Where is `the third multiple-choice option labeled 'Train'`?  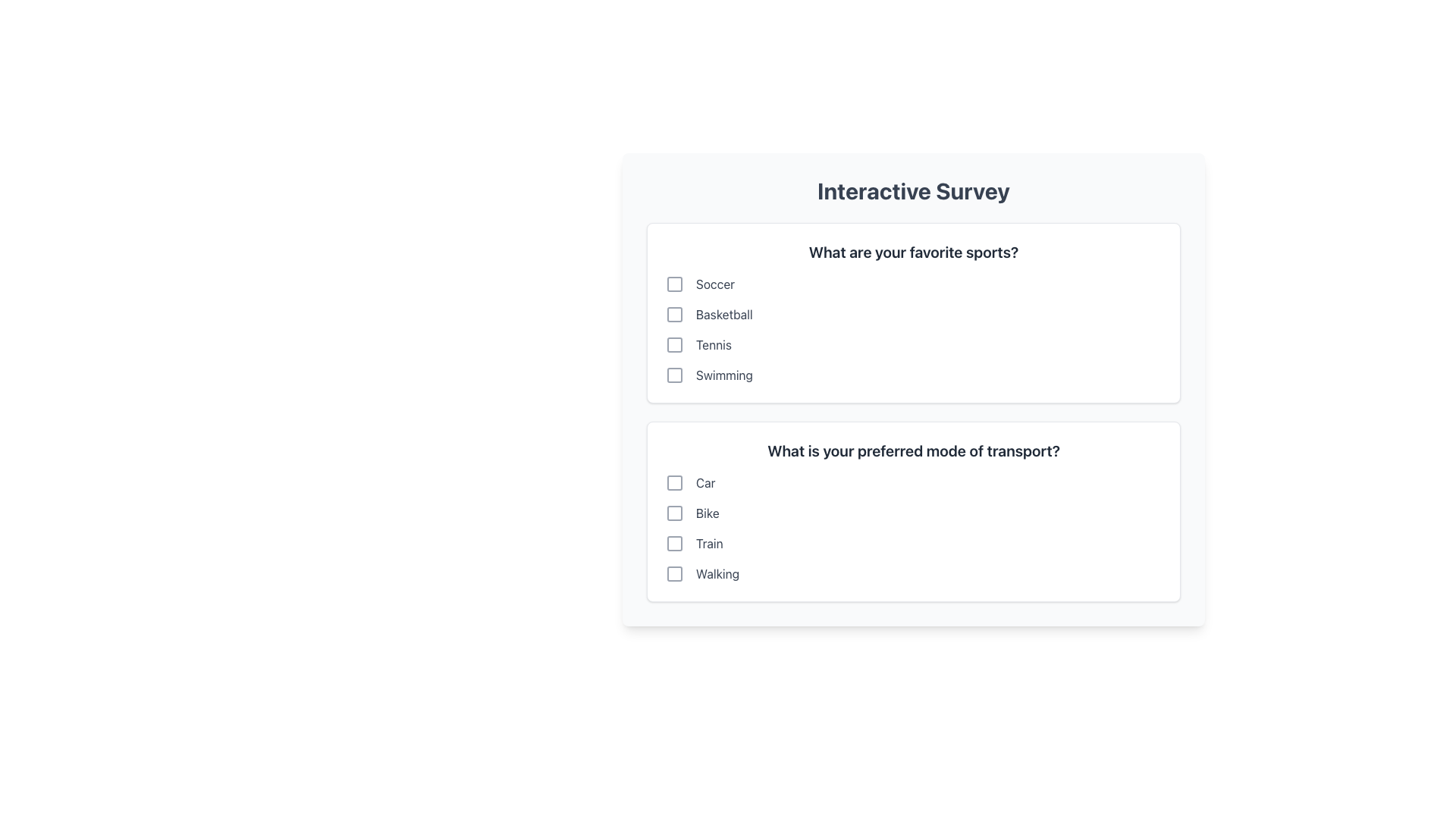 the third multiple-choice option labeled 'Train' is located at coordinates (912, 543).